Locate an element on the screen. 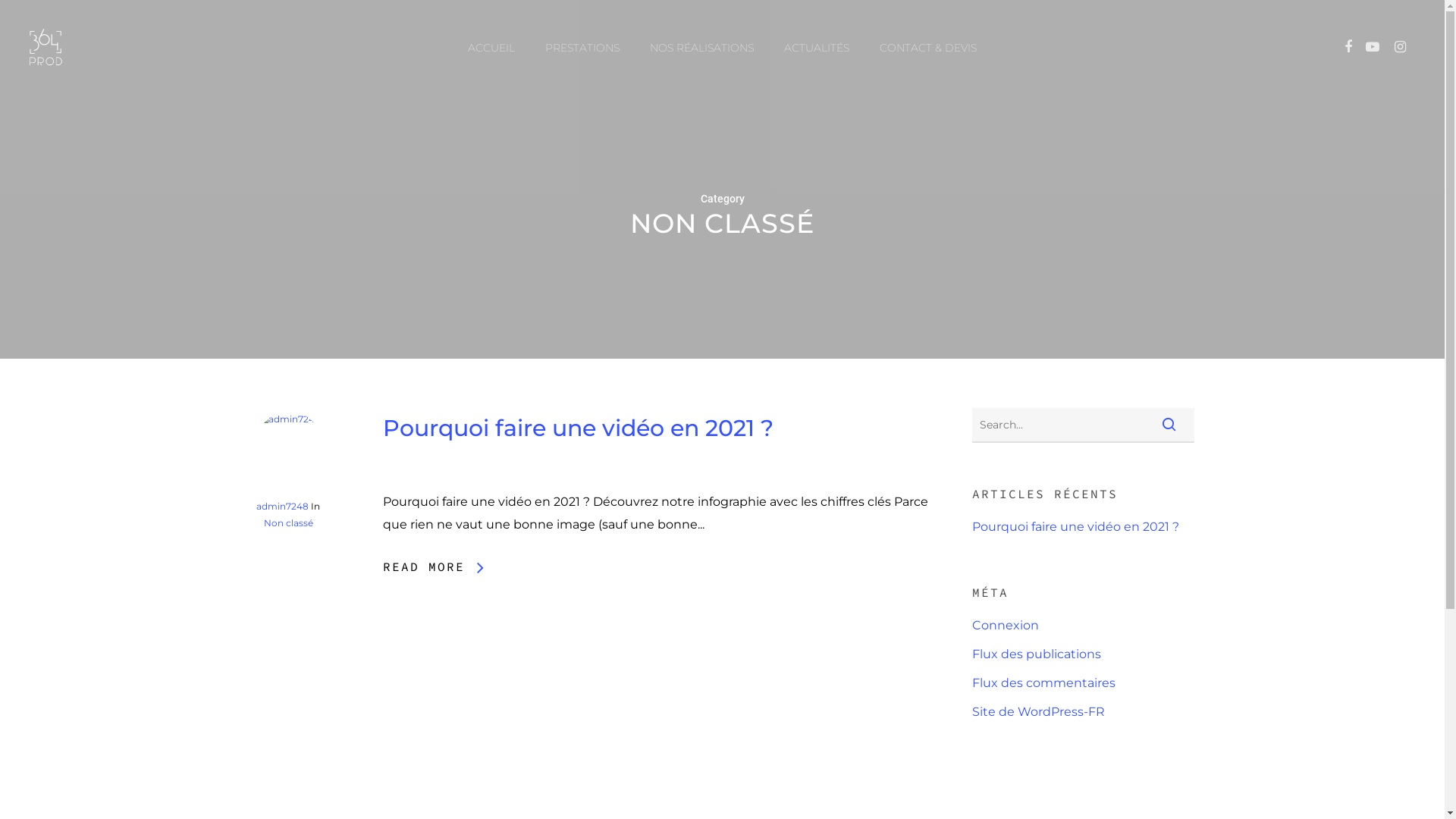  'PRESTATIONS' is located at coordinates (582, 46).